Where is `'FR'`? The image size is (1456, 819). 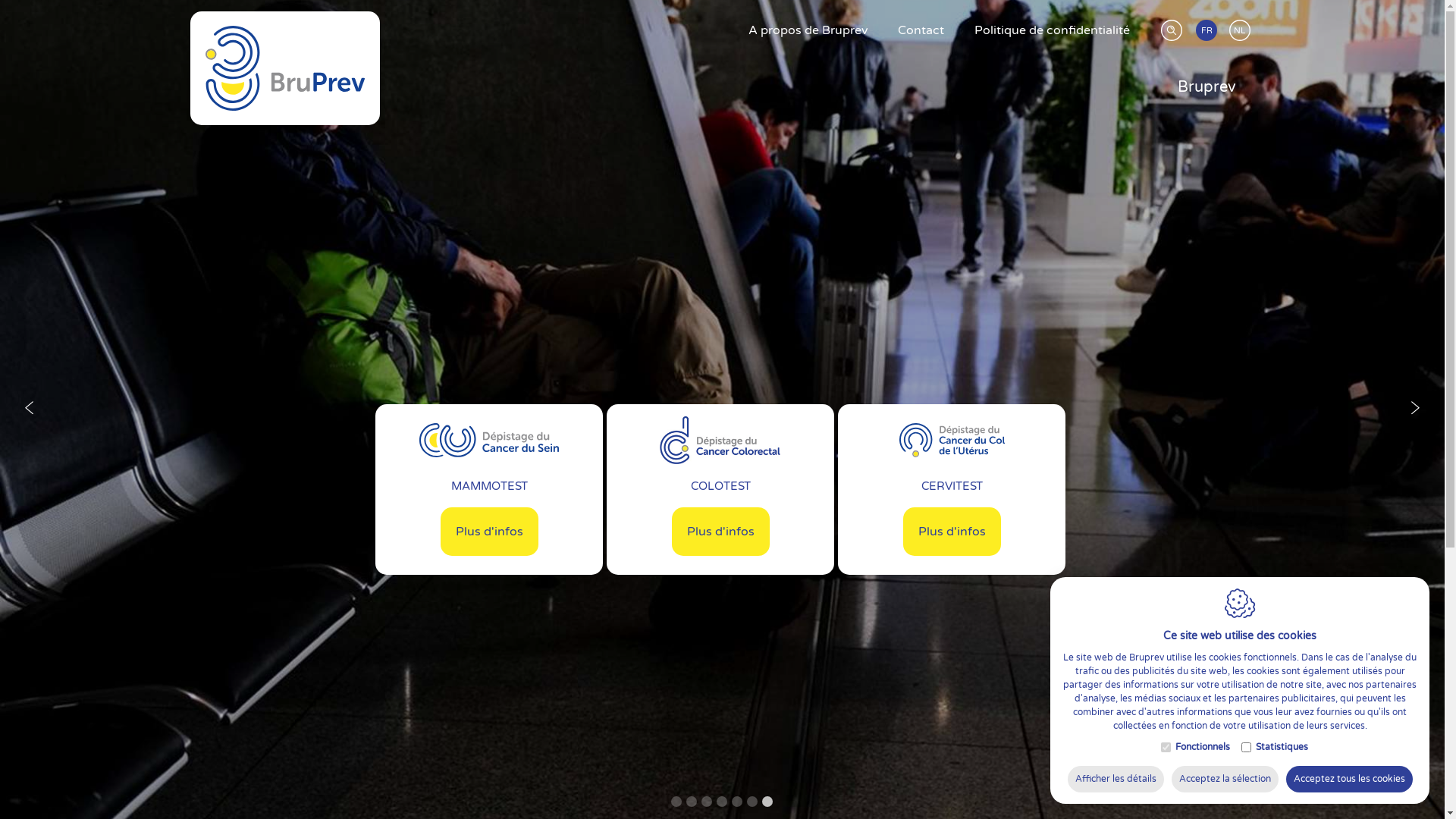 'FR' is located at coordinates (1210, 34).